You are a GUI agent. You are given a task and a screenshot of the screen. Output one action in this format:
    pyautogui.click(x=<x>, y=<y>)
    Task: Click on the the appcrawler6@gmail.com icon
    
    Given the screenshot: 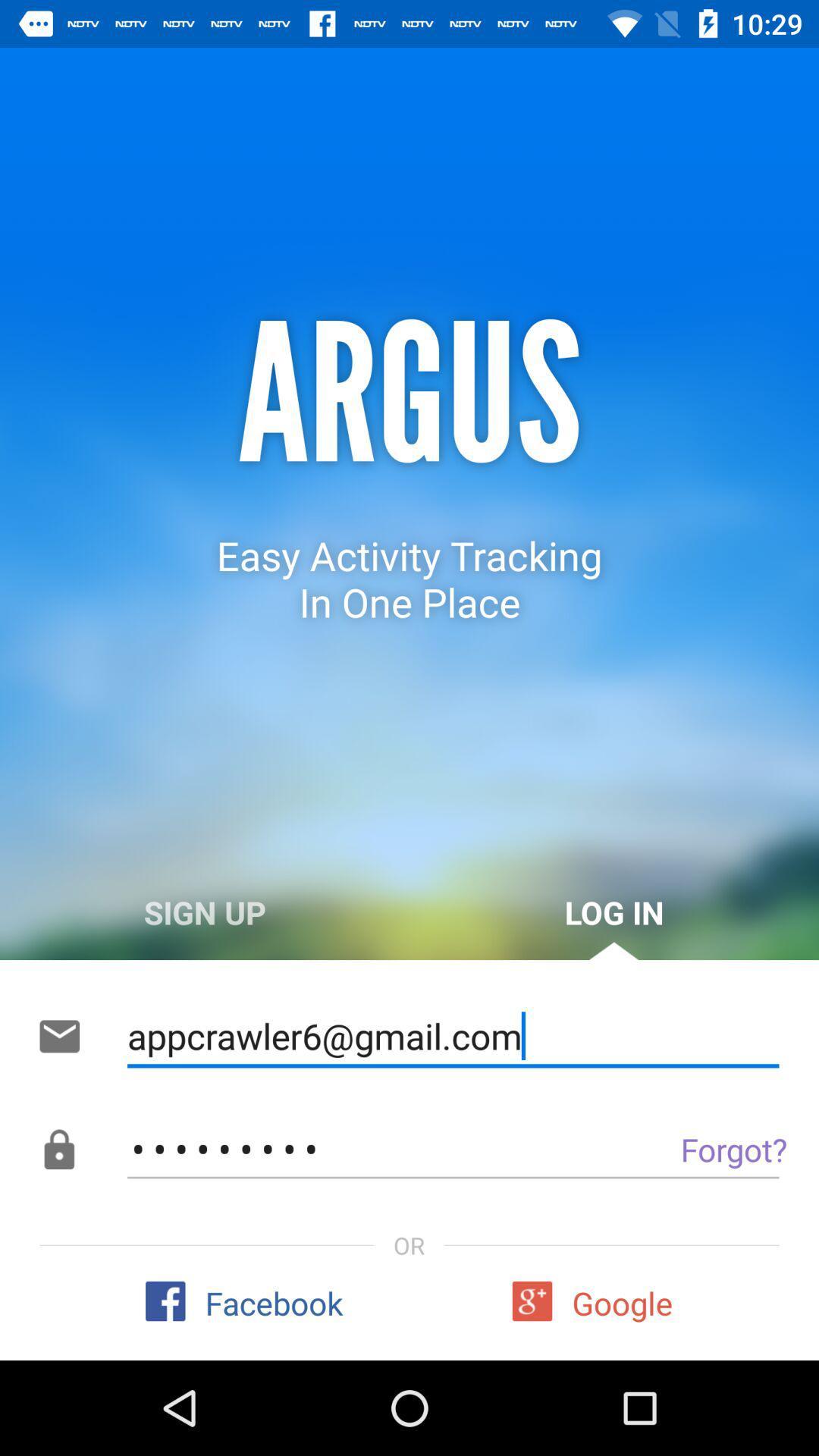 What is the action you would take?
    pyautogui.click(x=452, y=1036)
    